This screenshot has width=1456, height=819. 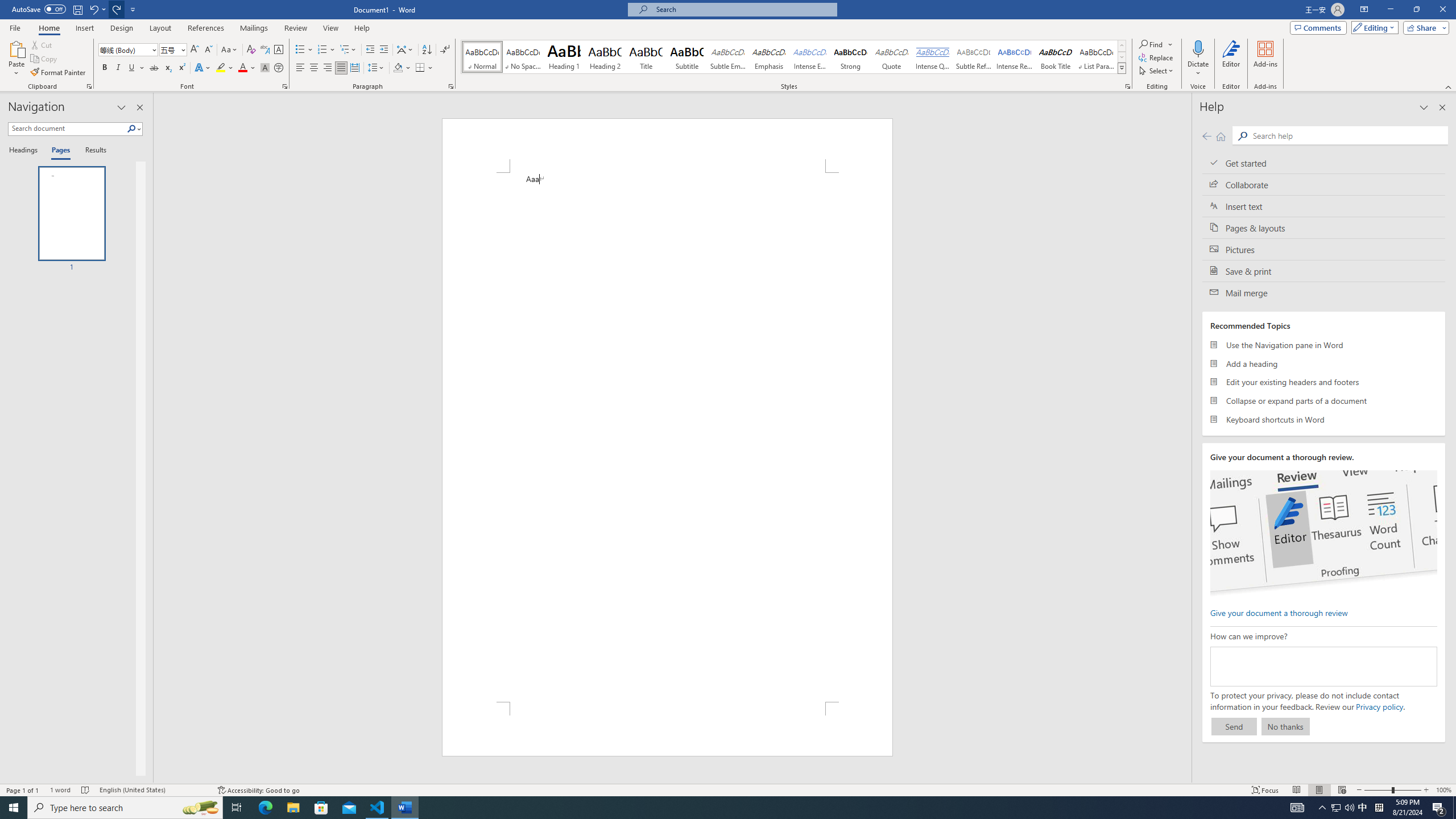 I want to click on 'Send', so click(x=1233, y=726).